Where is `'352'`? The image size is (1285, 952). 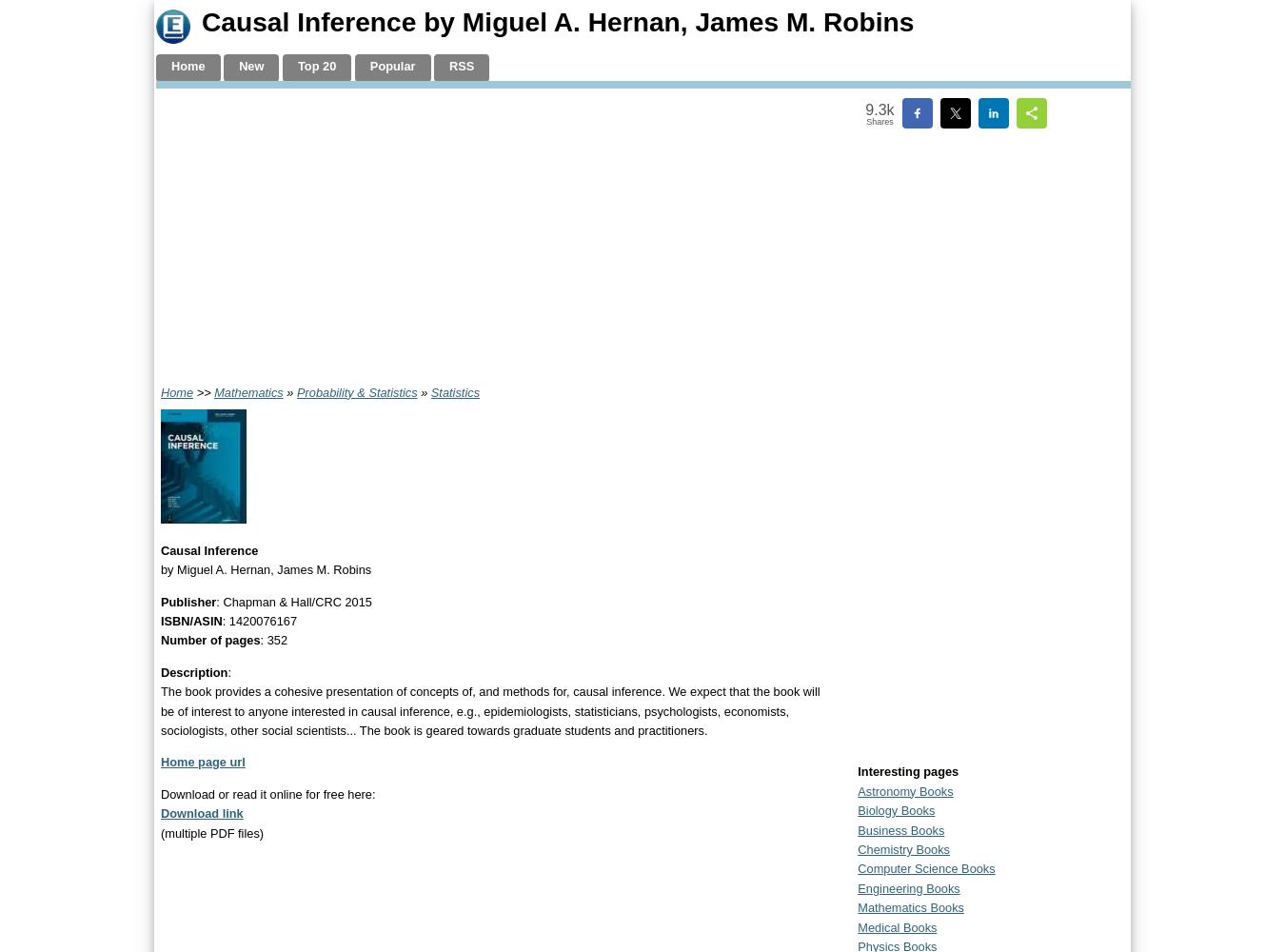
'352' is located at coordinates (276, 640).